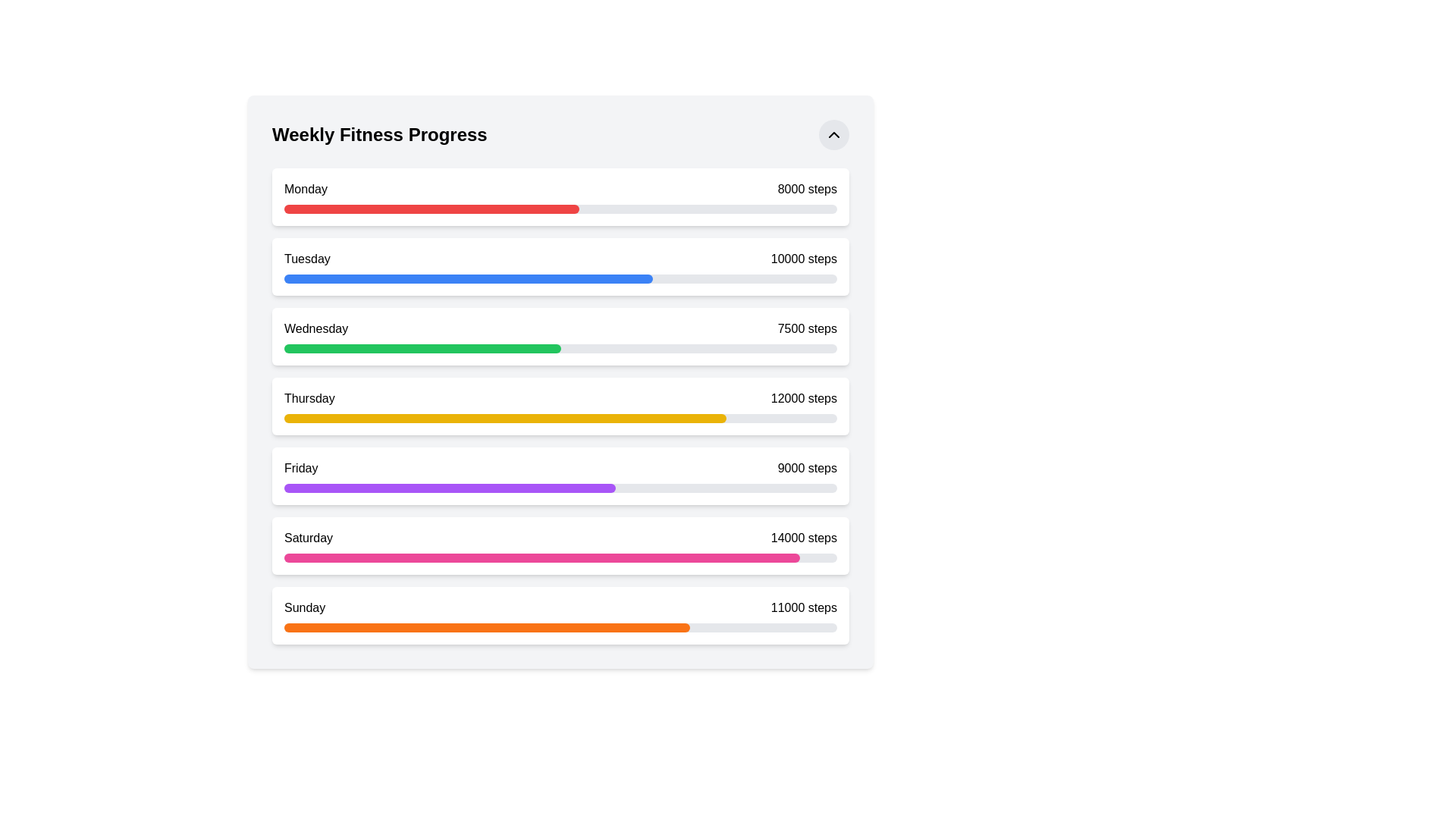 Image resolution: width=1456 pixels, height=819 pixels. Describe the element at coordinates (806, 328) in the screenshot. I see `the Text Label displaying the number of steps taken on Wednesday, which is aligned with the green progress bar and positioned between Tuesday and Thursday in the weekly summary` at that location.